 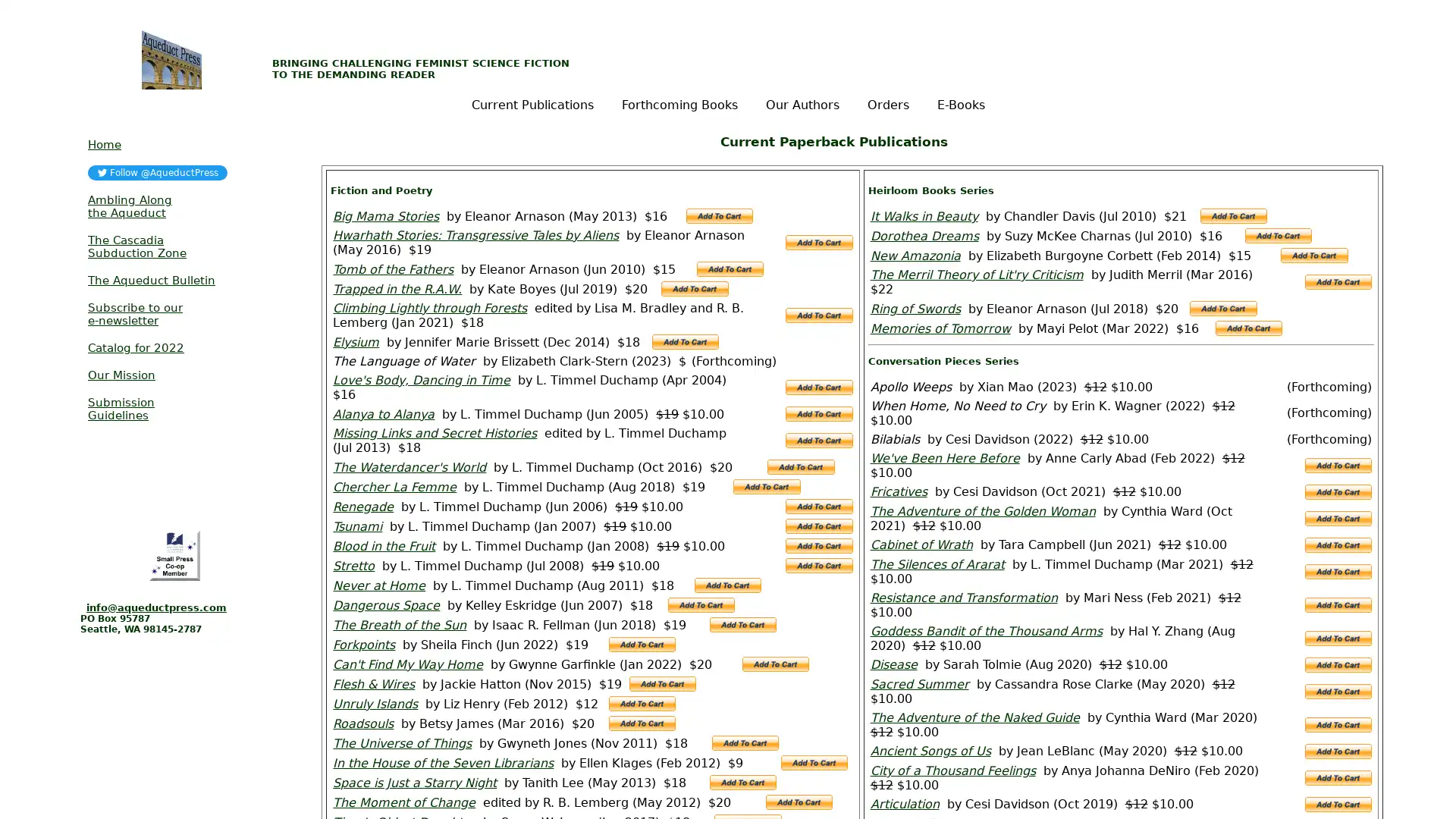 I want to click on Make payments with PayPal - it\'s fast, free and secure!, so click(x=818, y=386).